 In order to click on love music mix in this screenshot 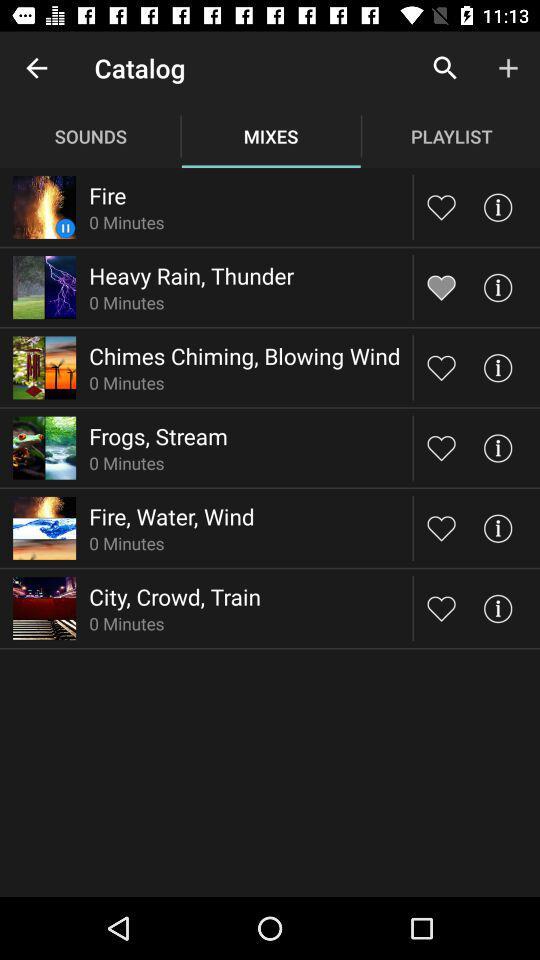, I will do `click(441, 607)`.